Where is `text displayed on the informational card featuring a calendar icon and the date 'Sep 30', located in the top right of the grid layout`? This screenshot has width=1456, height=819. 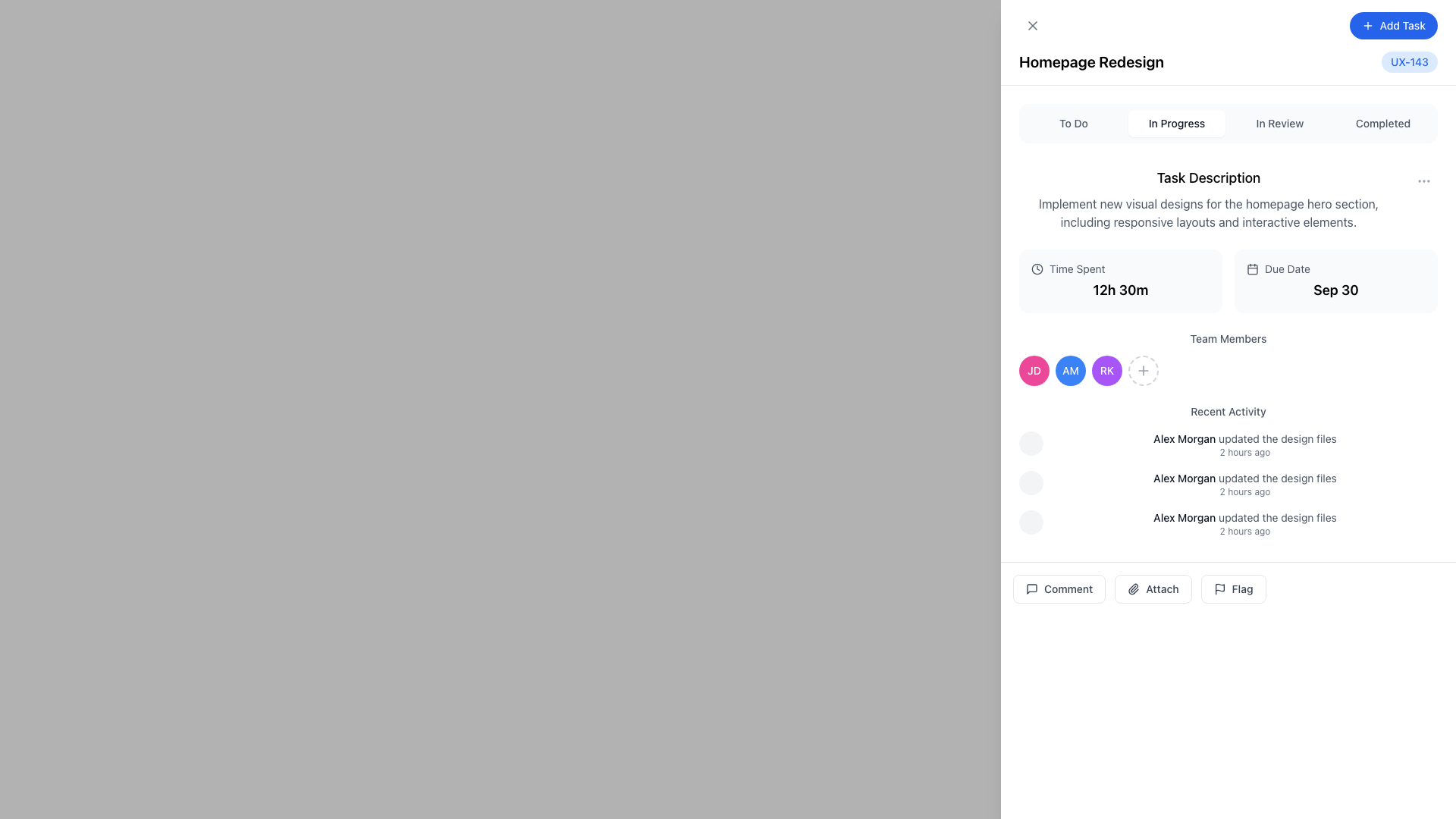
text displayed on the informational card featuring a calendar icon and the date 'Sep 30', located in the top right of the grid layout is located at coordinates (1335, 281).